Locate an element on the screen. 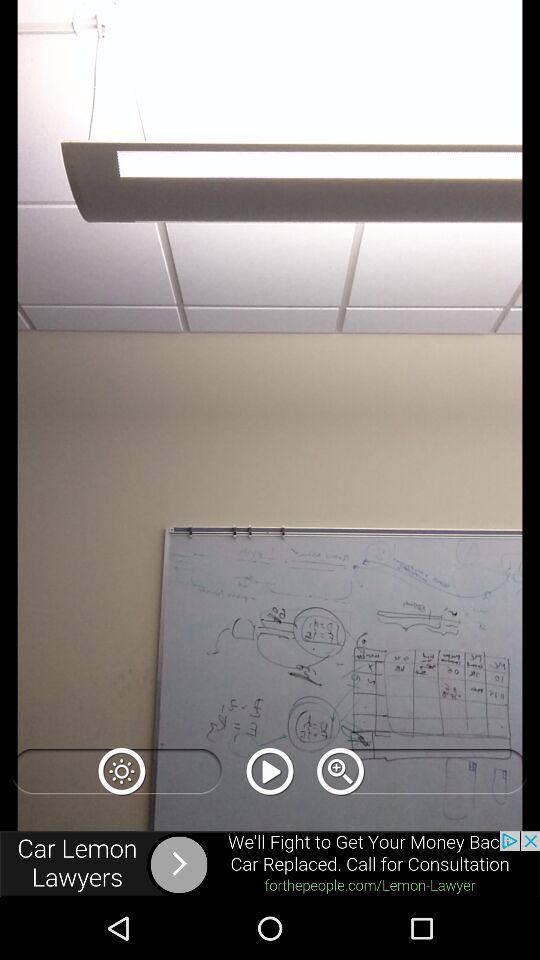 Image resolution: width=540 pixels, height=960 pixels. advertisement link is located at coordinates (270, 863).